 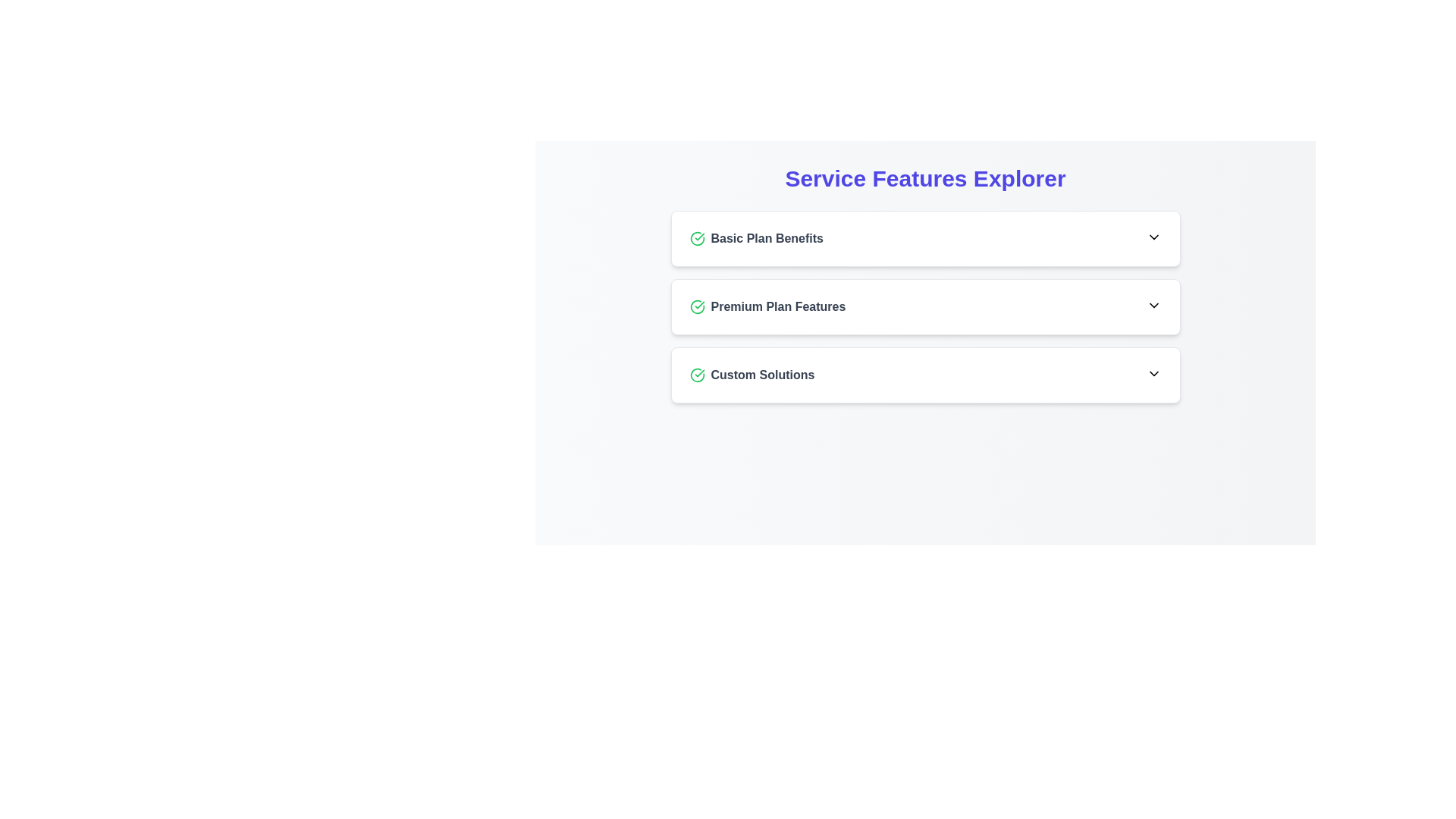 What do you see at coordinates (767, 239) in the screenshot?
I see `the static text label displaying 'Basic Plan Benefits', which is styled with a bold font and a gray color, located to the right of a green checkmark icon` at bounding box center [767, 239].